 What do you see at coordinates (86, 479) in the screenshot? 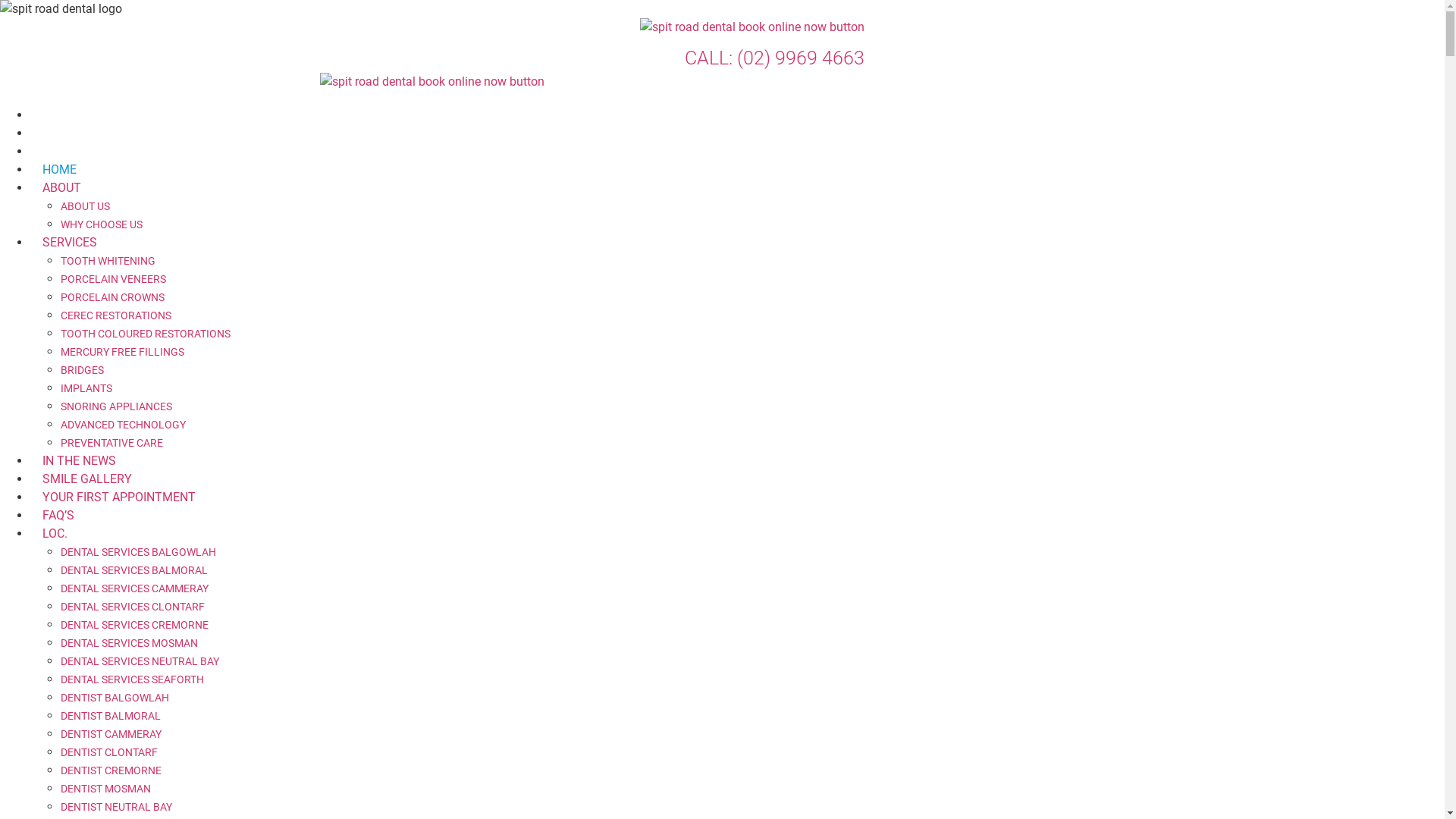
I see `'SMILE GALLERY'` at bounding box center [86, 479].